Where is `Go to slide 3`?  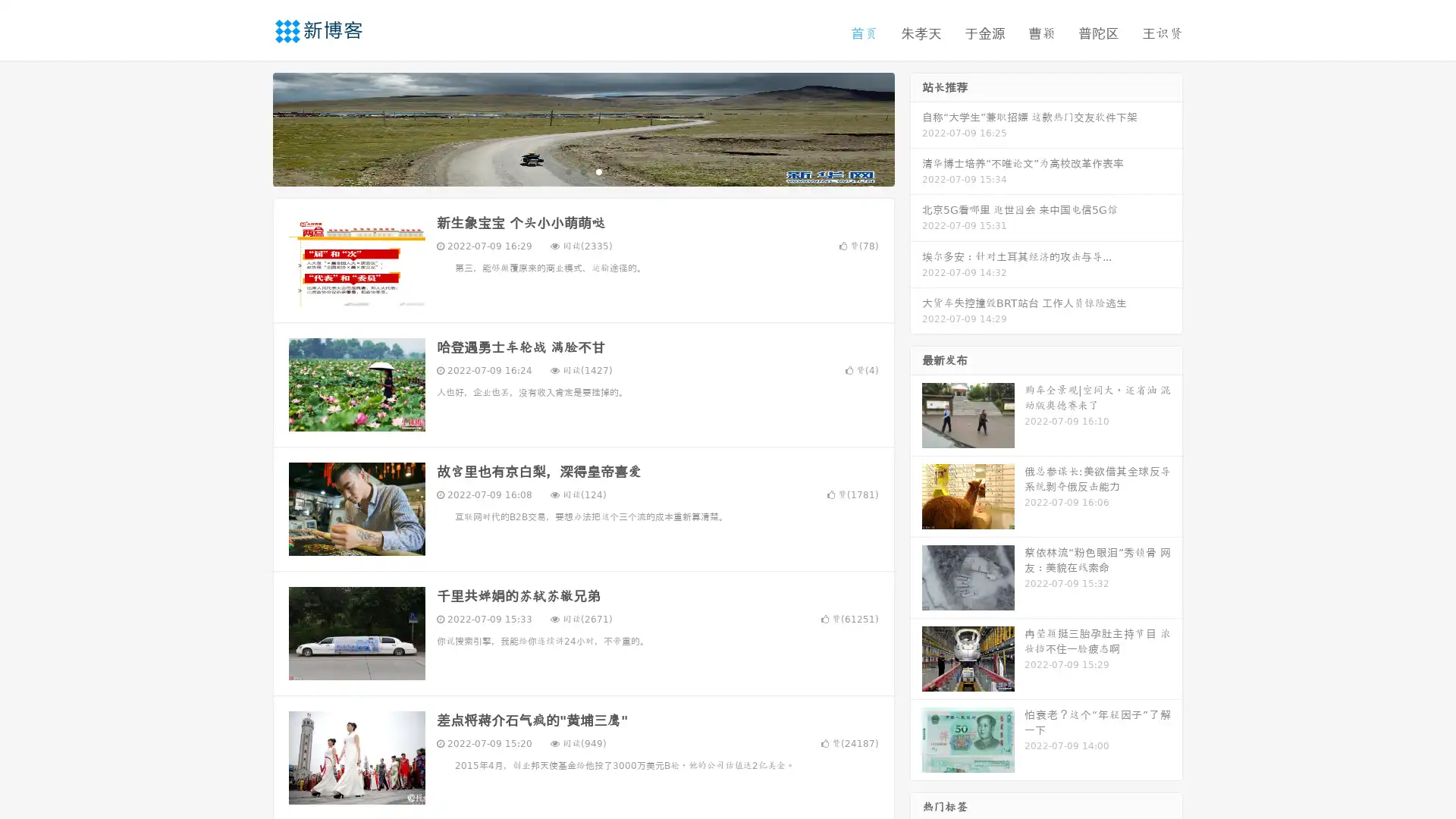
Go to slide 3 is located at coordinates (598, 171).